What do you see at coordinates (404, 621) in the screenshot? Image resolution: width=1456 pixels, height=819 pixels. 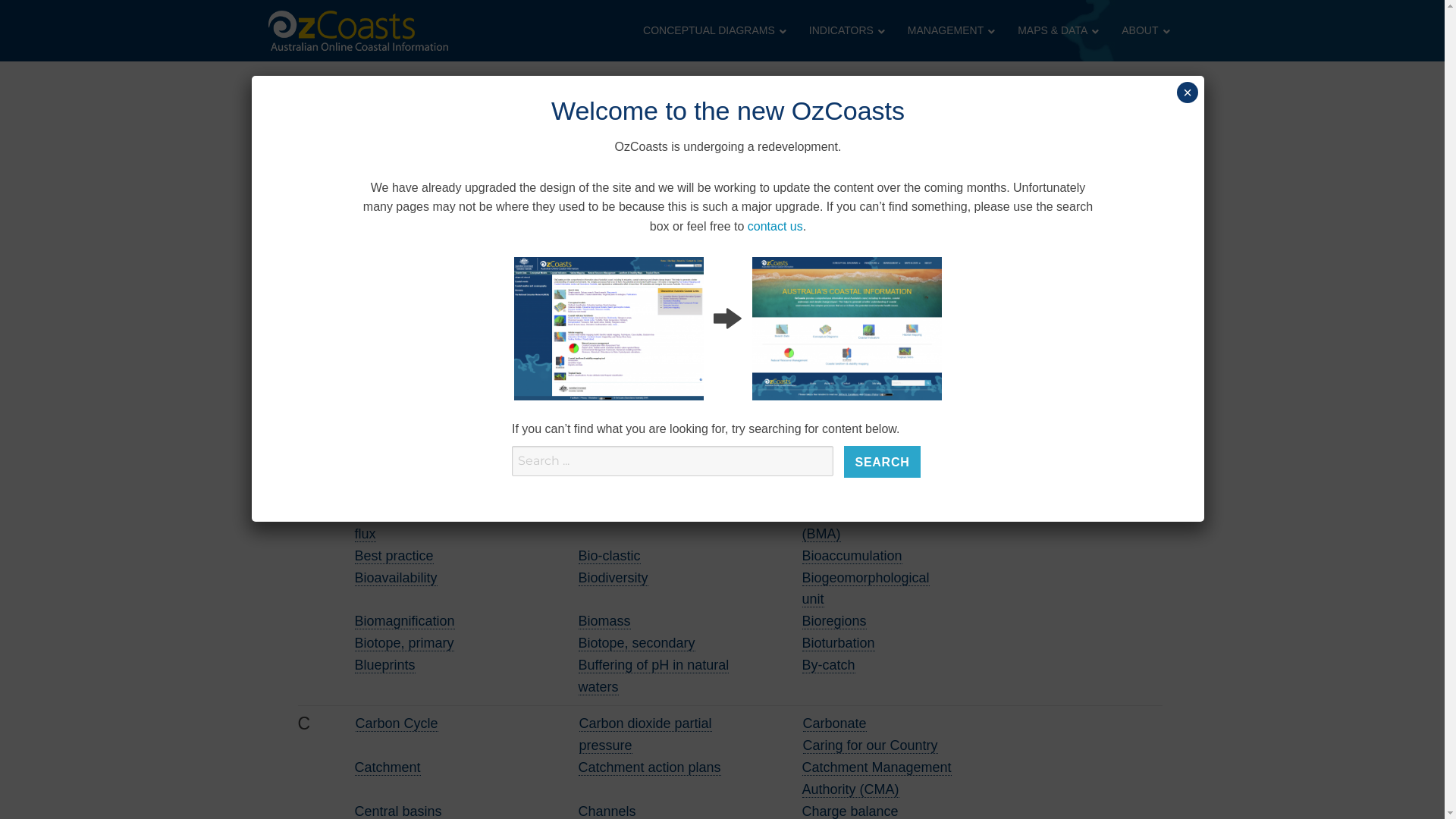 I see `'Biomagnification'` at bounding box center [404, 621].